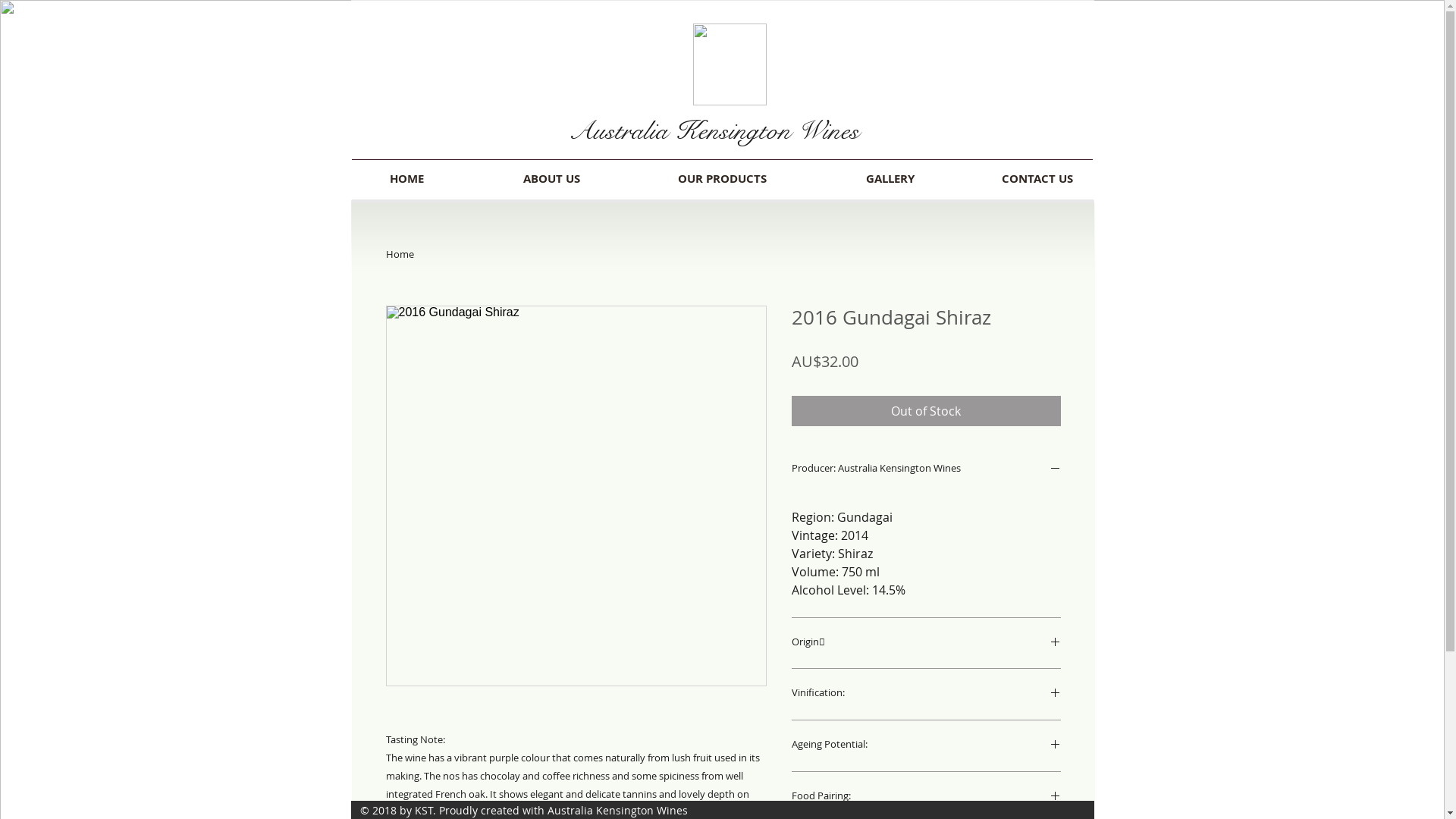 The height and width of the screenshot is (819, 1456). What do you see at coordinates (1036, 177) in the screenshot?
I see `'CONTACT US'` at bounding box center [1036, 177].